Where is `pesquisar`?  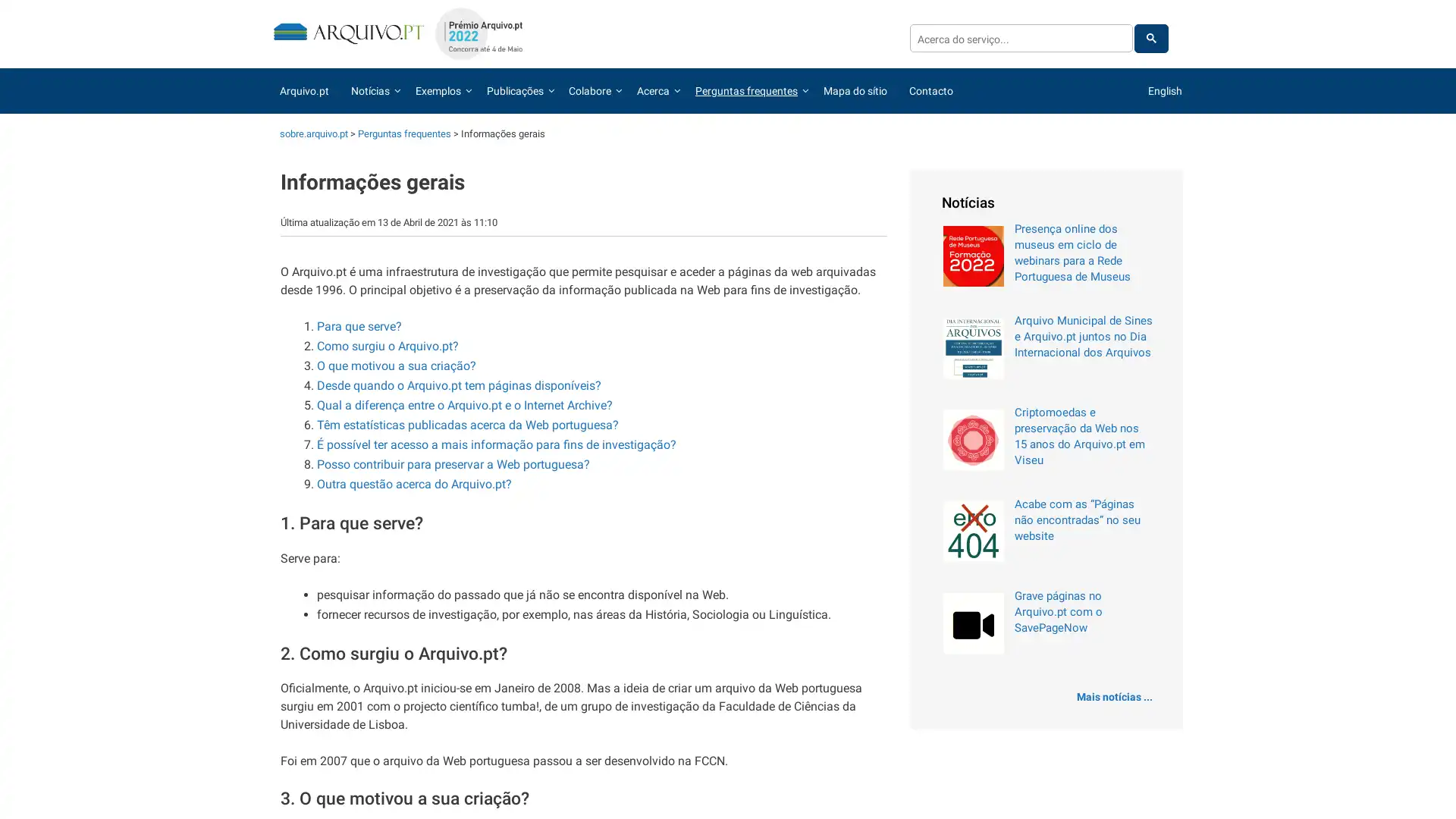
pesquisar is located at coordinates (1151, 37).